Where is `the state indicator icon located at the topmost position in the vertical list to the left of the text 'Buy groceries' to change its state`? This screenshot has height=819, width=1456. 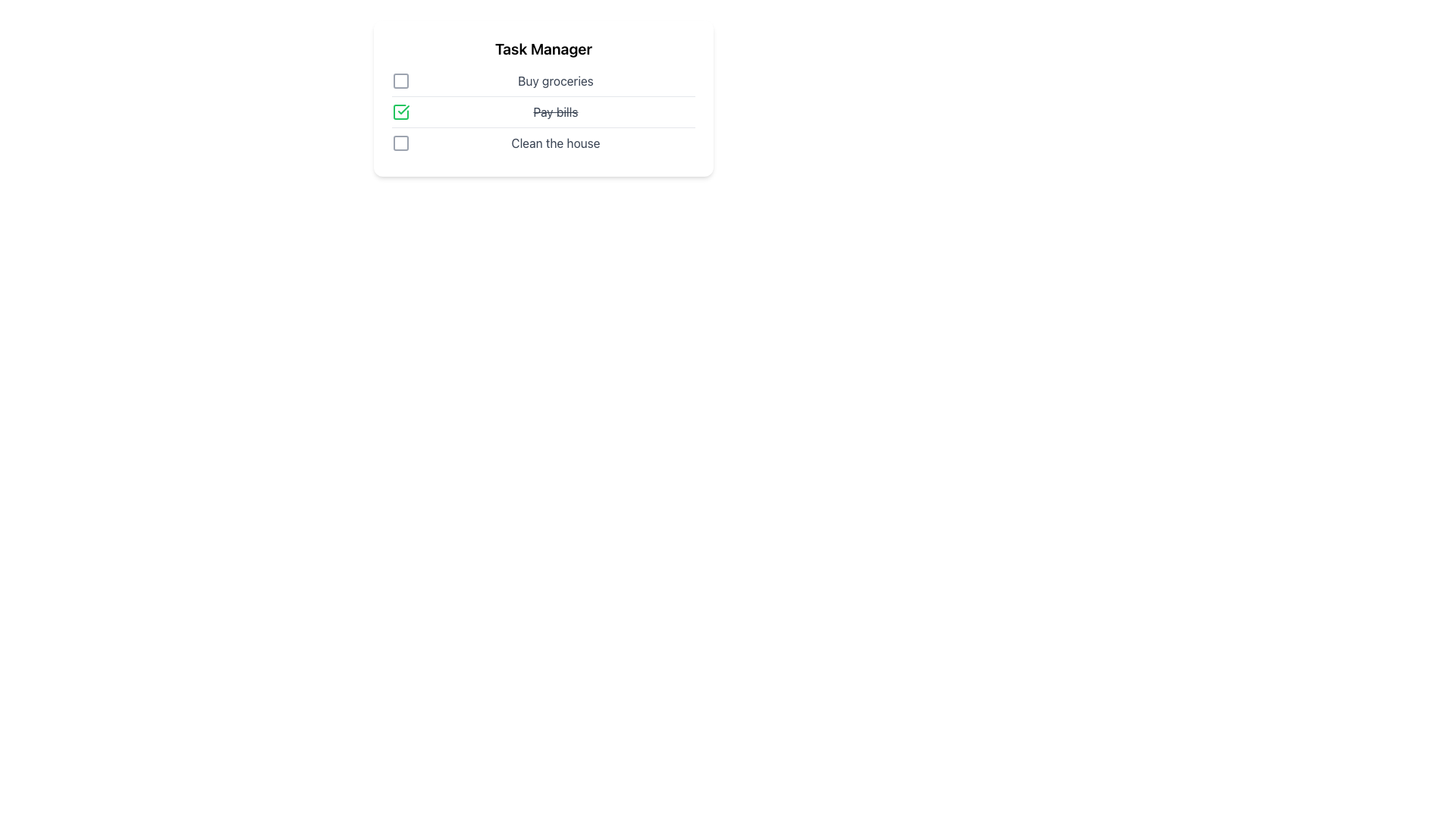 the state indicator icon located at the topmost position in the vertical list to the left of the text 'Buy groceries' to change its state is located at coordinates (400, 81).